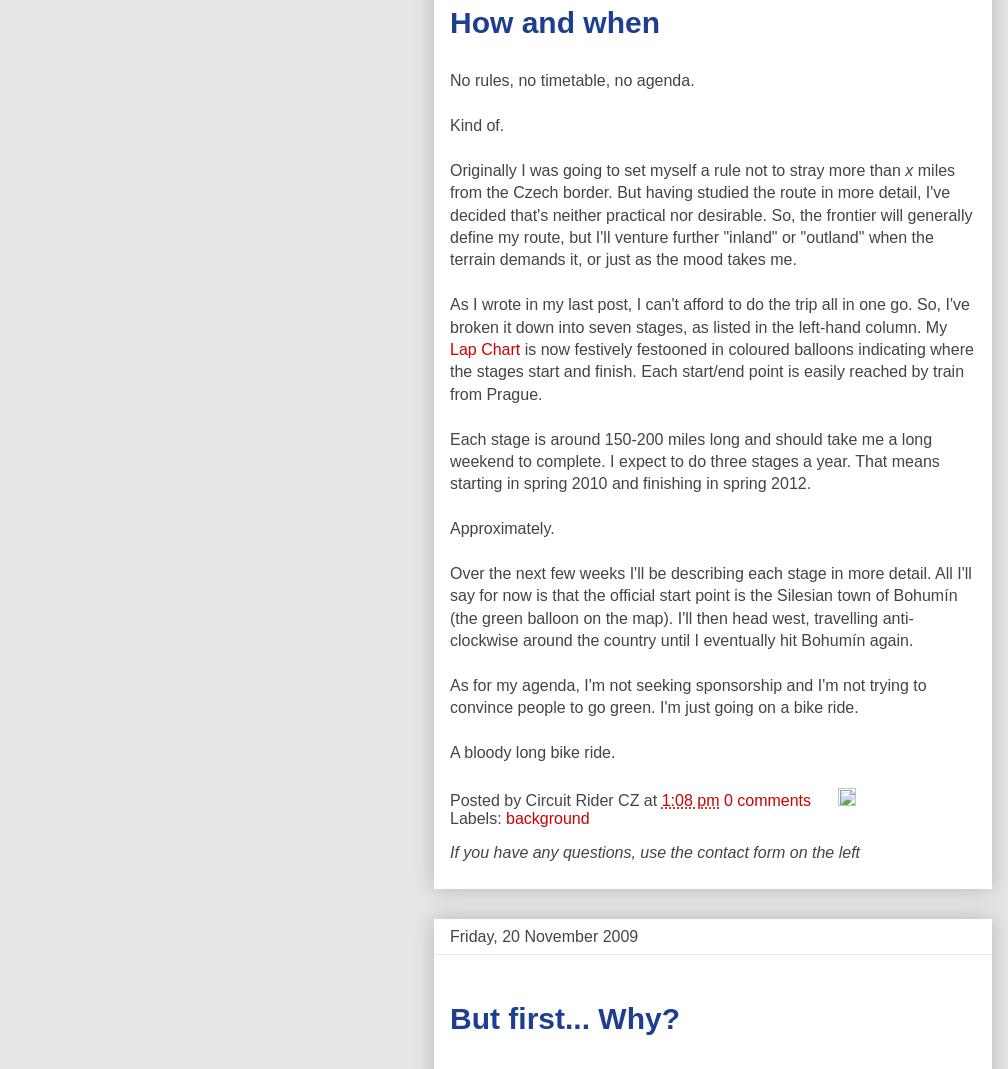 The image size is (1008, 1069). Describe the element at coordinates (544, 935) in the screenshot. I see `'Friday, 20 November 2009'` at that location.